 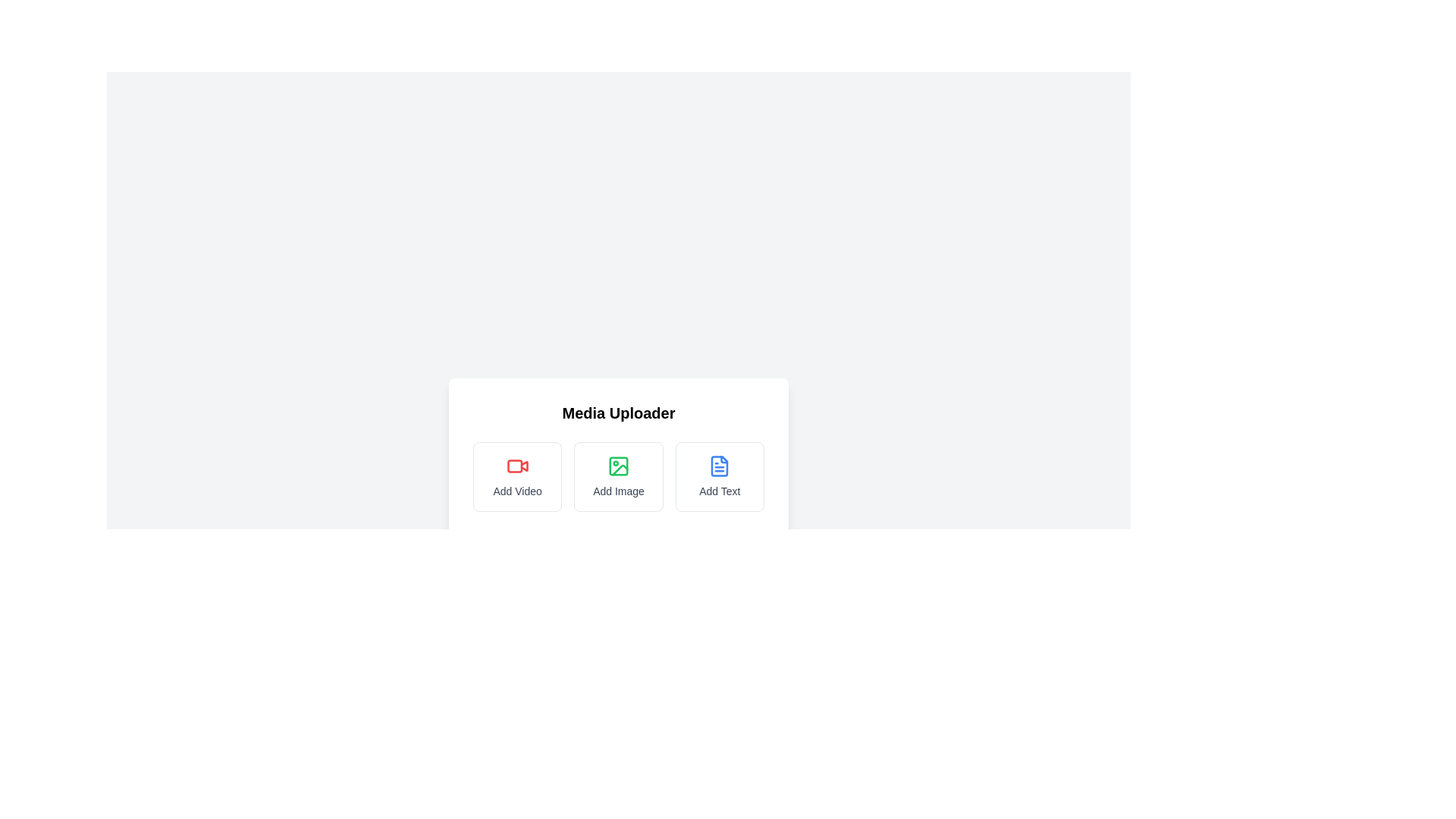 I want to click on the 'Add Video' icon located centrally within the 'Add Video' button to understand its purpose, so click(x=517, y=465).